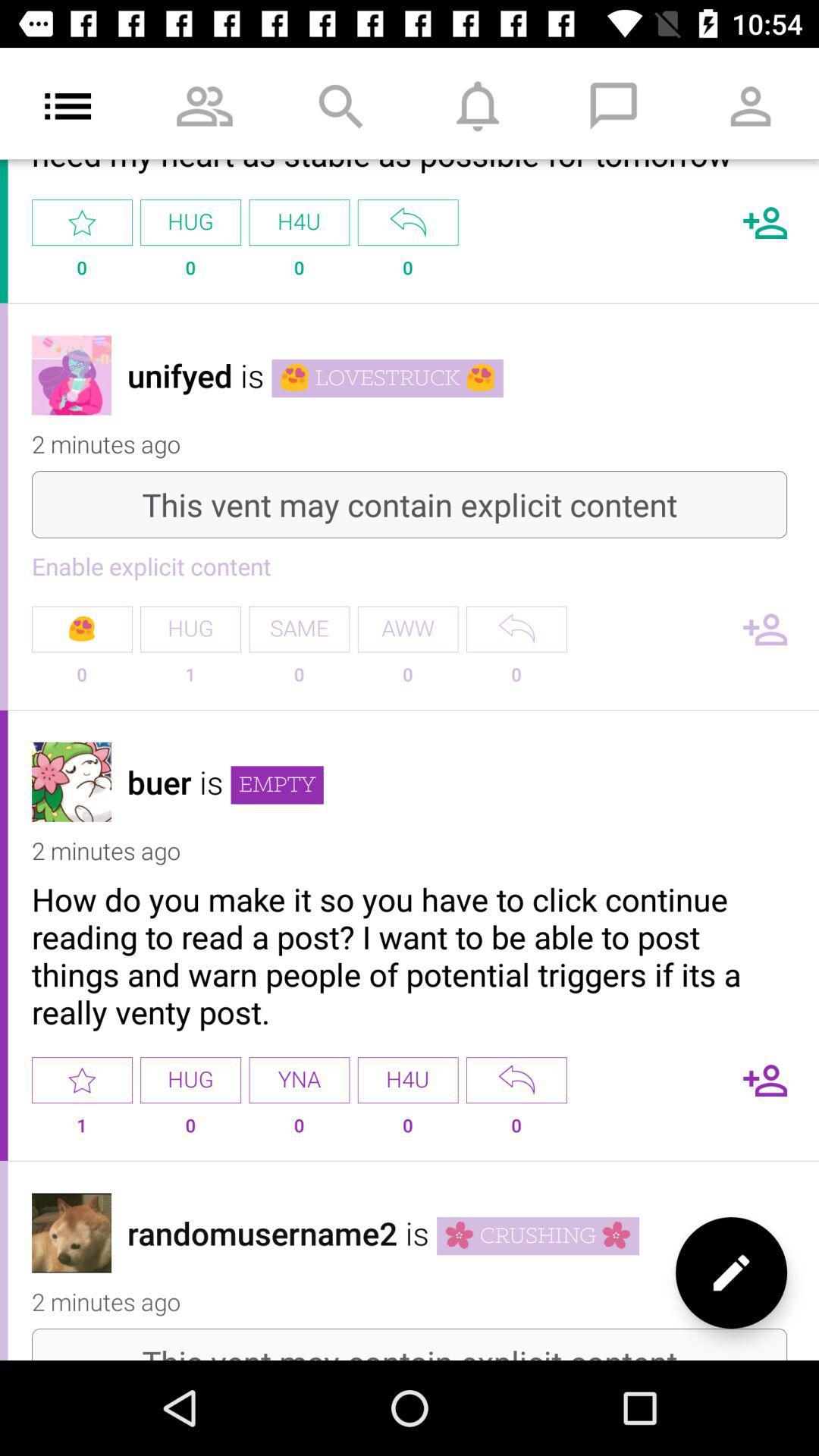 This screenshot has width=819, height=1456. Describe the element at coordinates (277, 785) in the screenshot. I see `icon to the right of is icon` at that location.